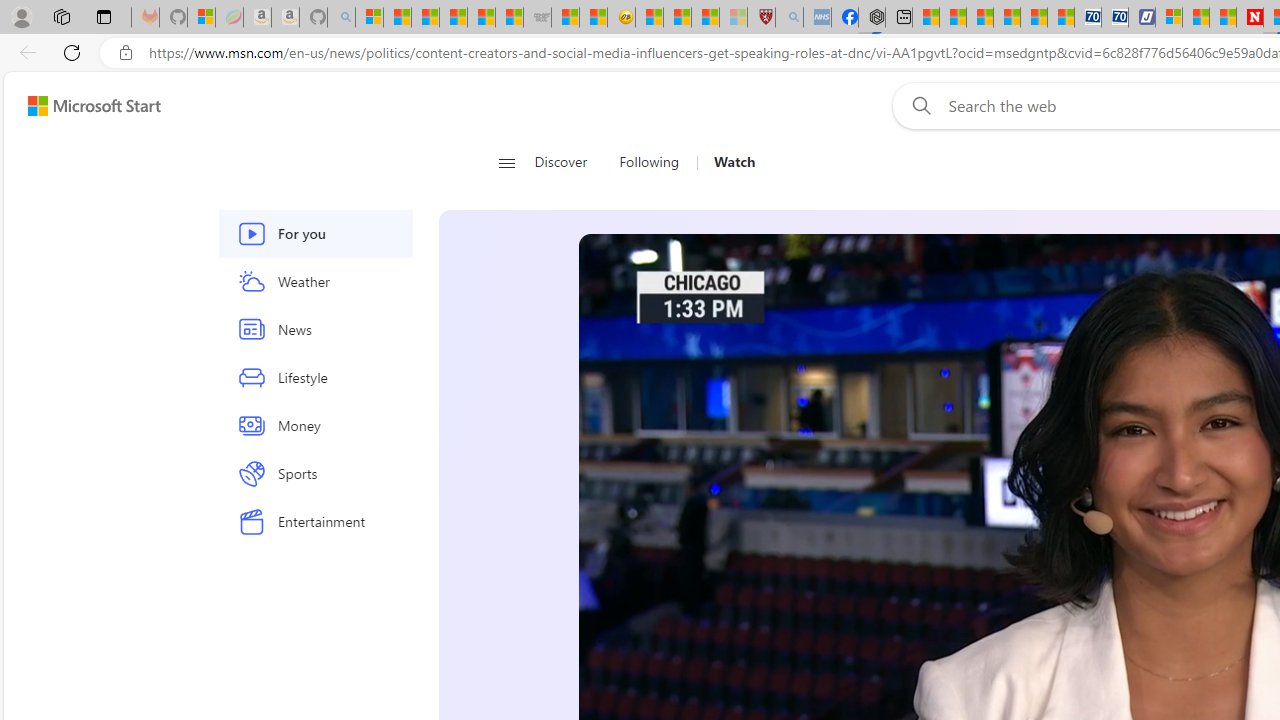  I want to click on 'Robert H. Shmerling, MD - Harvard Health', so click(759, 17).